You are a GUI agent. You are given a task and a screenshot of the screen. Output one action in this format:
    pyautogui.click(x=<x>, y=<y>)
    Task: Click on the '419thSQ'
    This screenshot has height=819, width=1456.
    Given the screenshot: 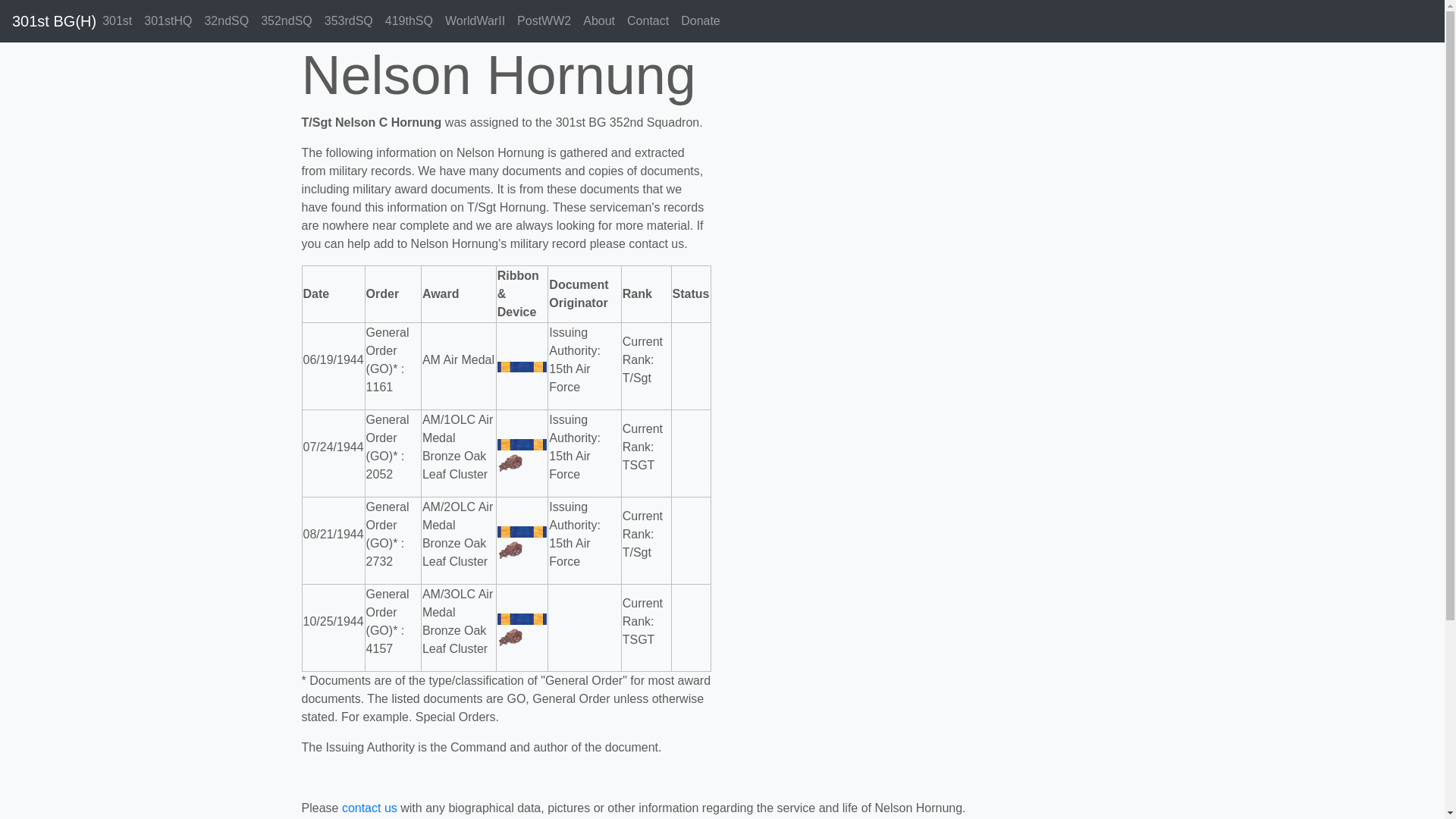 What is the action you would take?
    pyautogui.click(x=409, y=20)
    